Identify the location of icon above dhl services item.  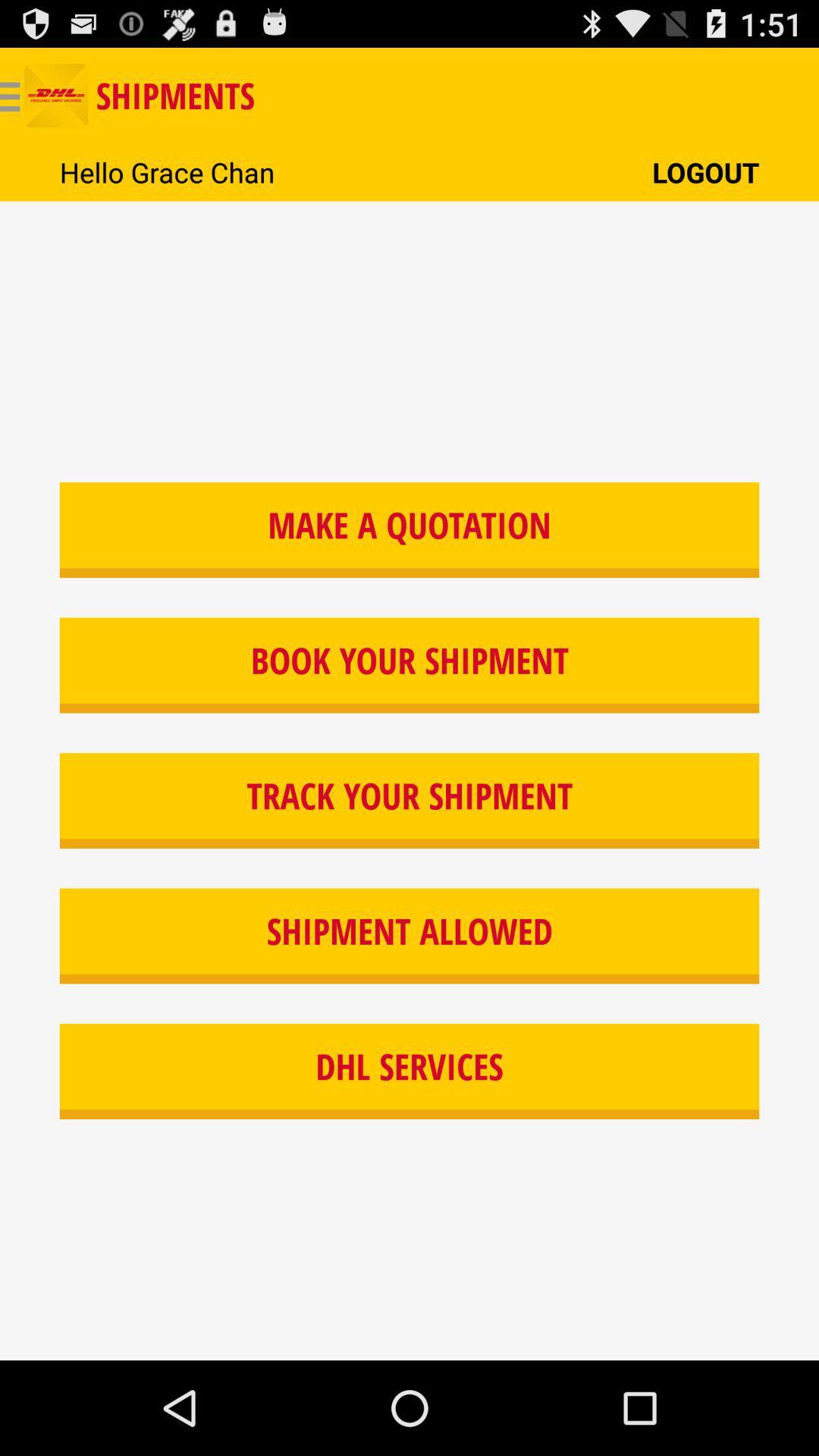
(409, 935).